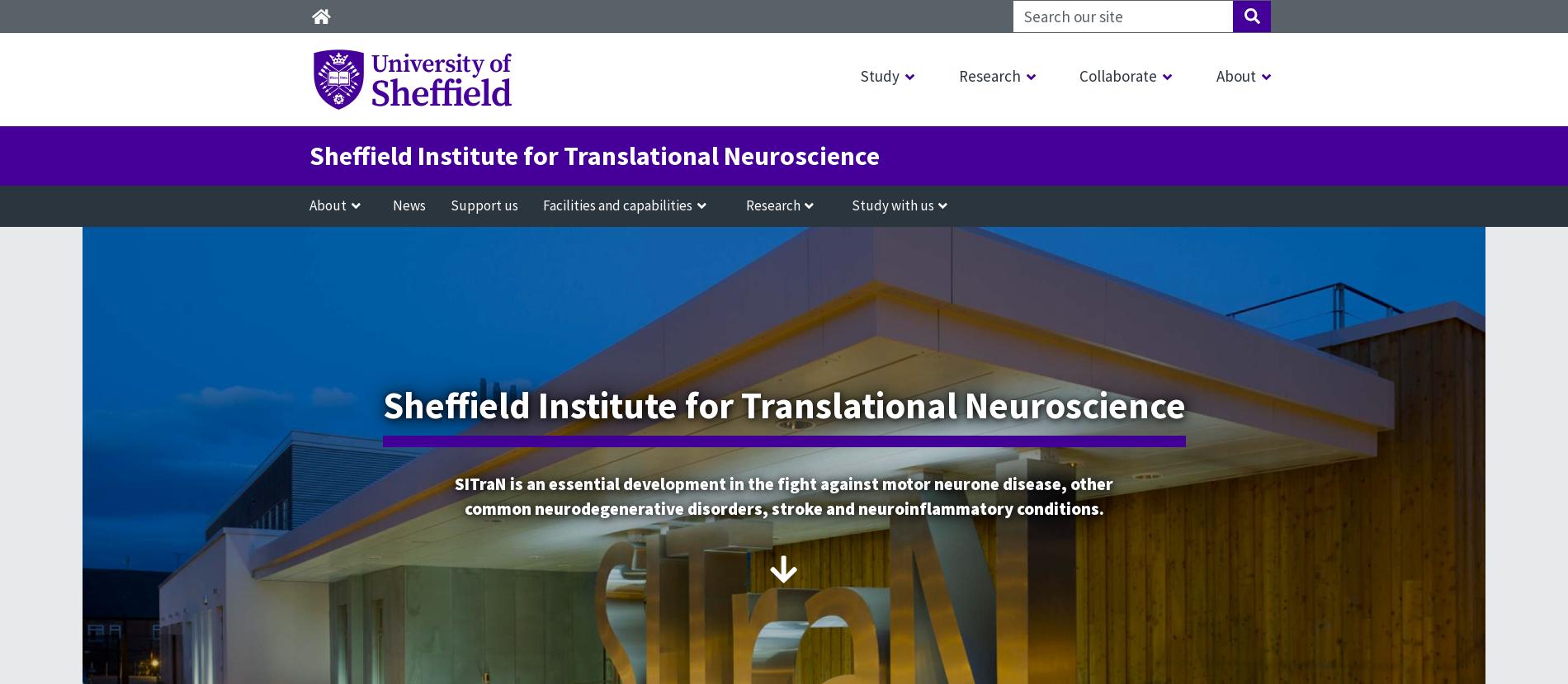  Describe the element at coordinates (483, 205) in the screenshot. I see `'Support us'` at that location.